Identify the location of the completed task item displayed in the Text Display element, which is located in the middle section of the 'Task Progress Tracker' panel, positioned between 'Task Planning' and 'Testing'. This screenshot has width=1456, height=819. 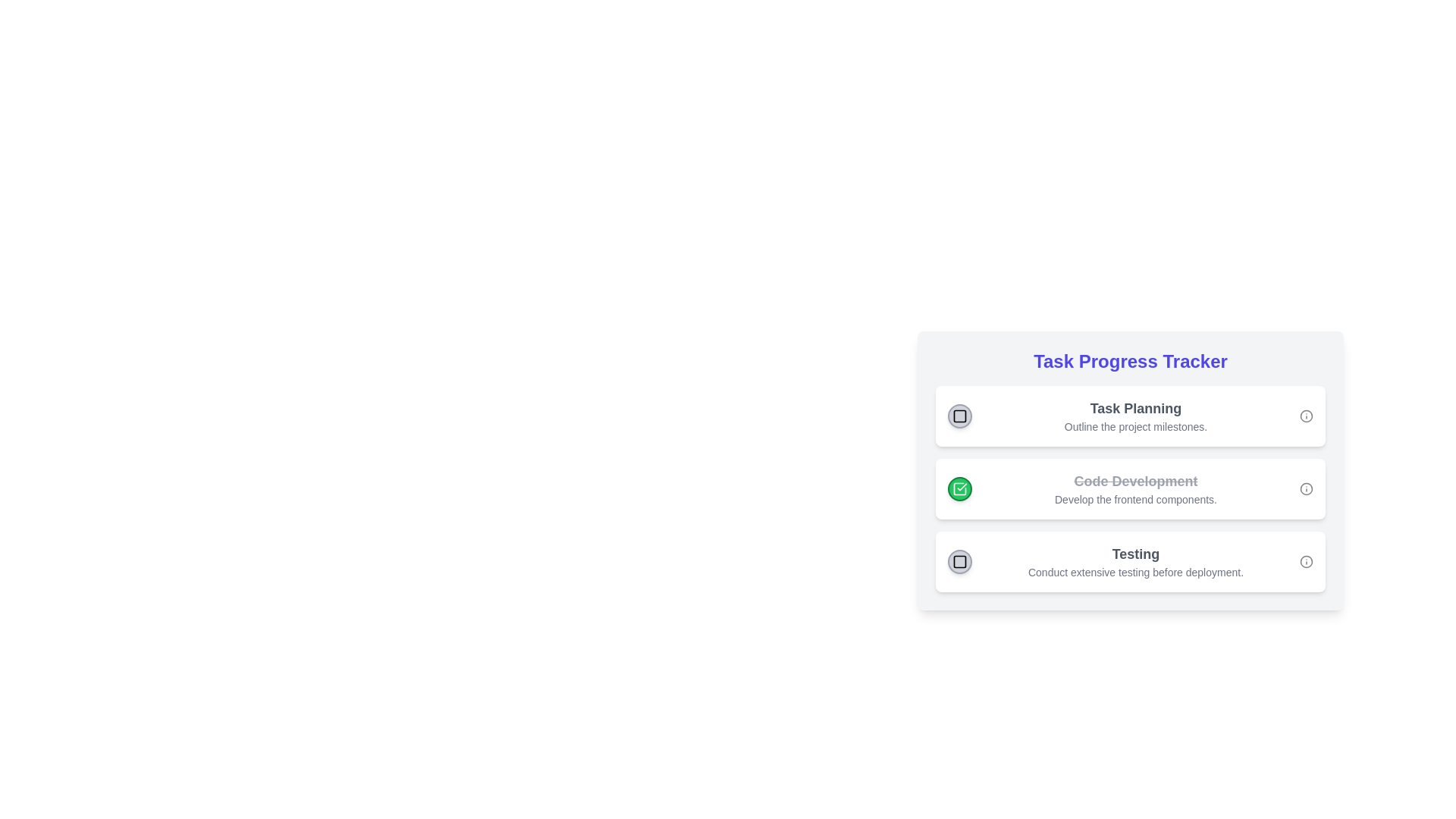
(1135, 488).